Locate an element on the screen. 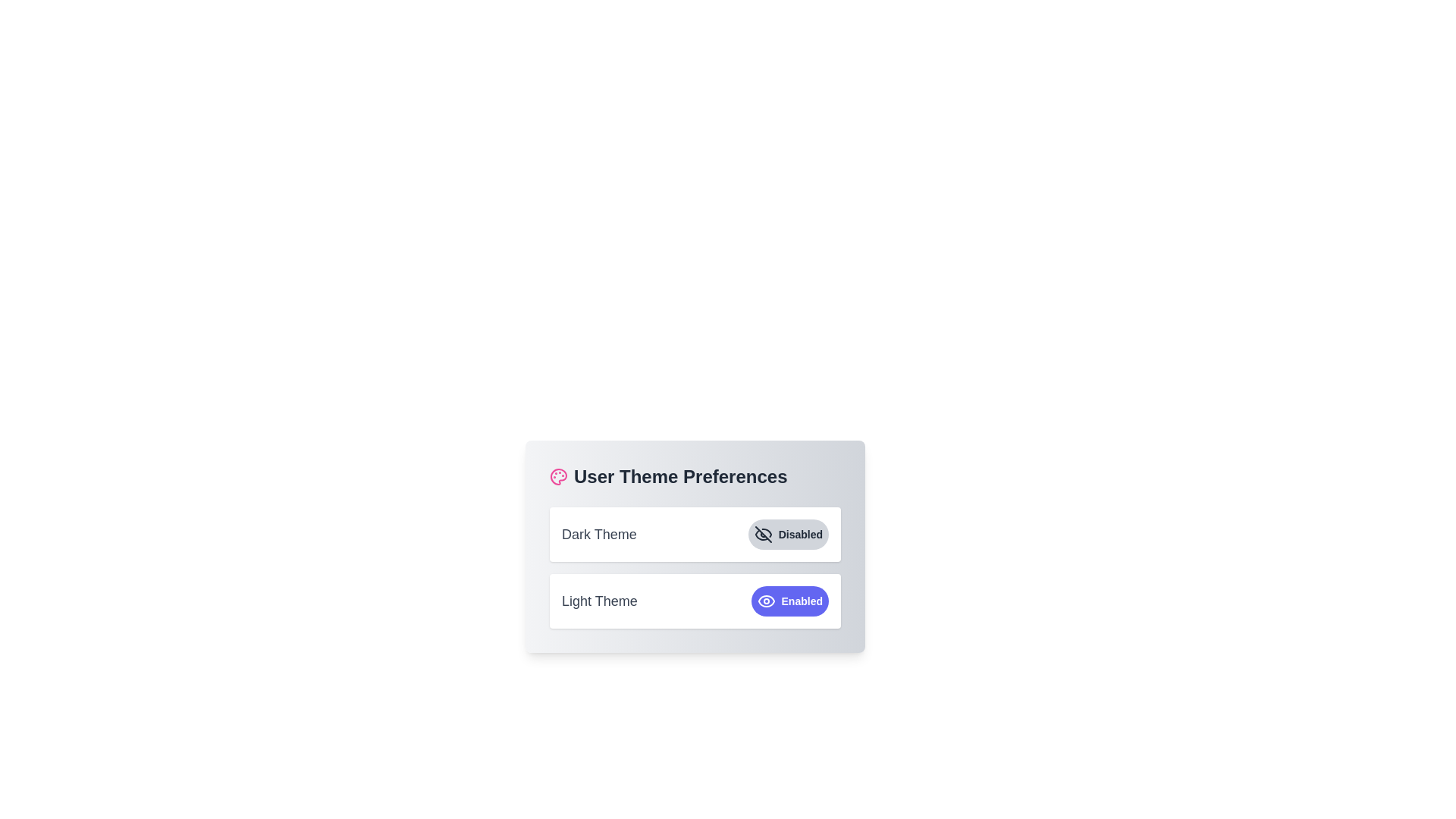  the ThemePreferencePanel to examine hover effects is located at coordinates (694, 547).